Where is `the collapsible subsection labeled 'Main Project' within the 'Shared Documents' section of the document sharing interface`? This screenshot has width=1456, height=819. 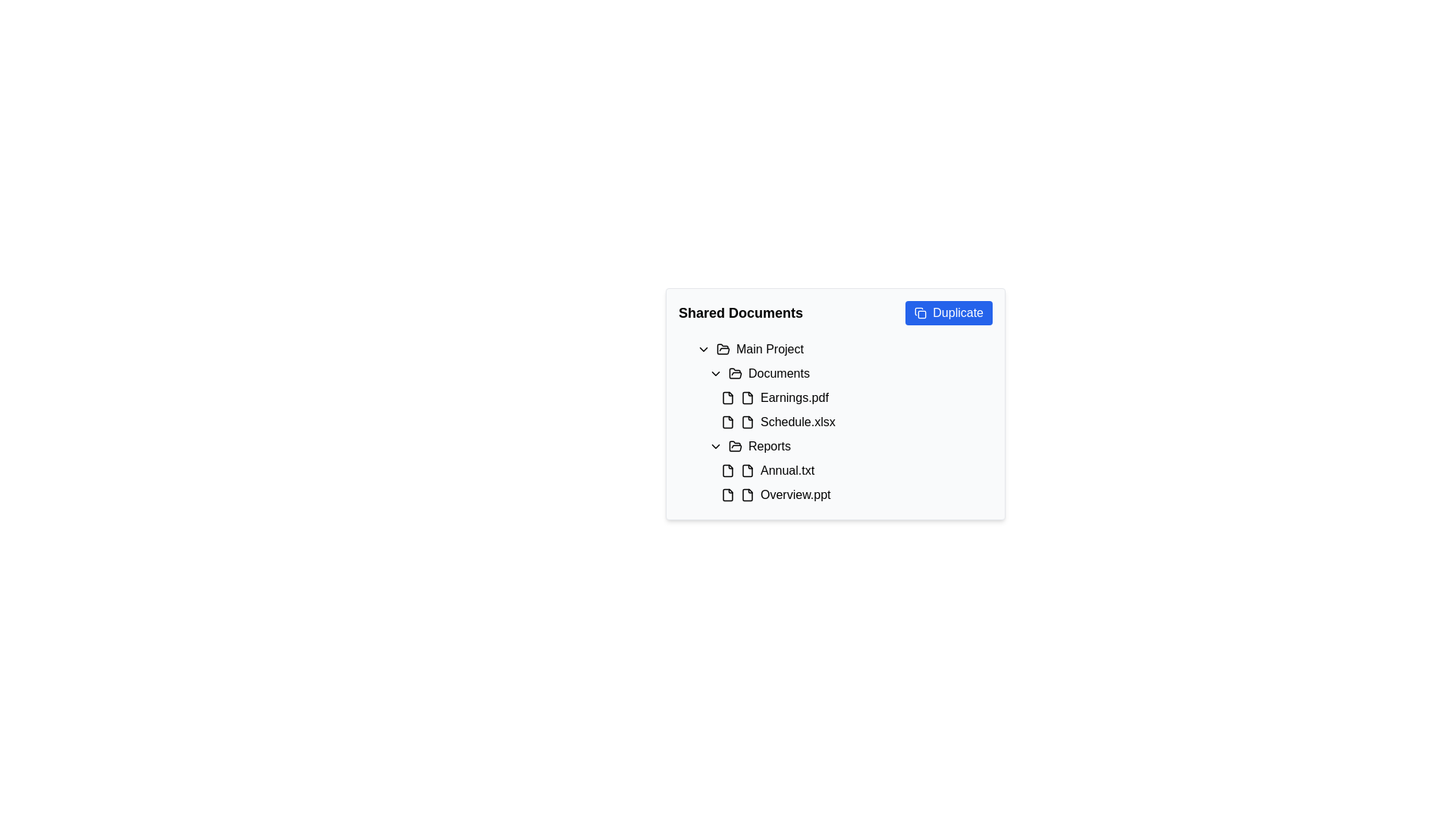 the collapsible subsection labeled 'Main Project' within the 'Shared Documents' section of the document sharing interface is located at coordinates (840, 422).